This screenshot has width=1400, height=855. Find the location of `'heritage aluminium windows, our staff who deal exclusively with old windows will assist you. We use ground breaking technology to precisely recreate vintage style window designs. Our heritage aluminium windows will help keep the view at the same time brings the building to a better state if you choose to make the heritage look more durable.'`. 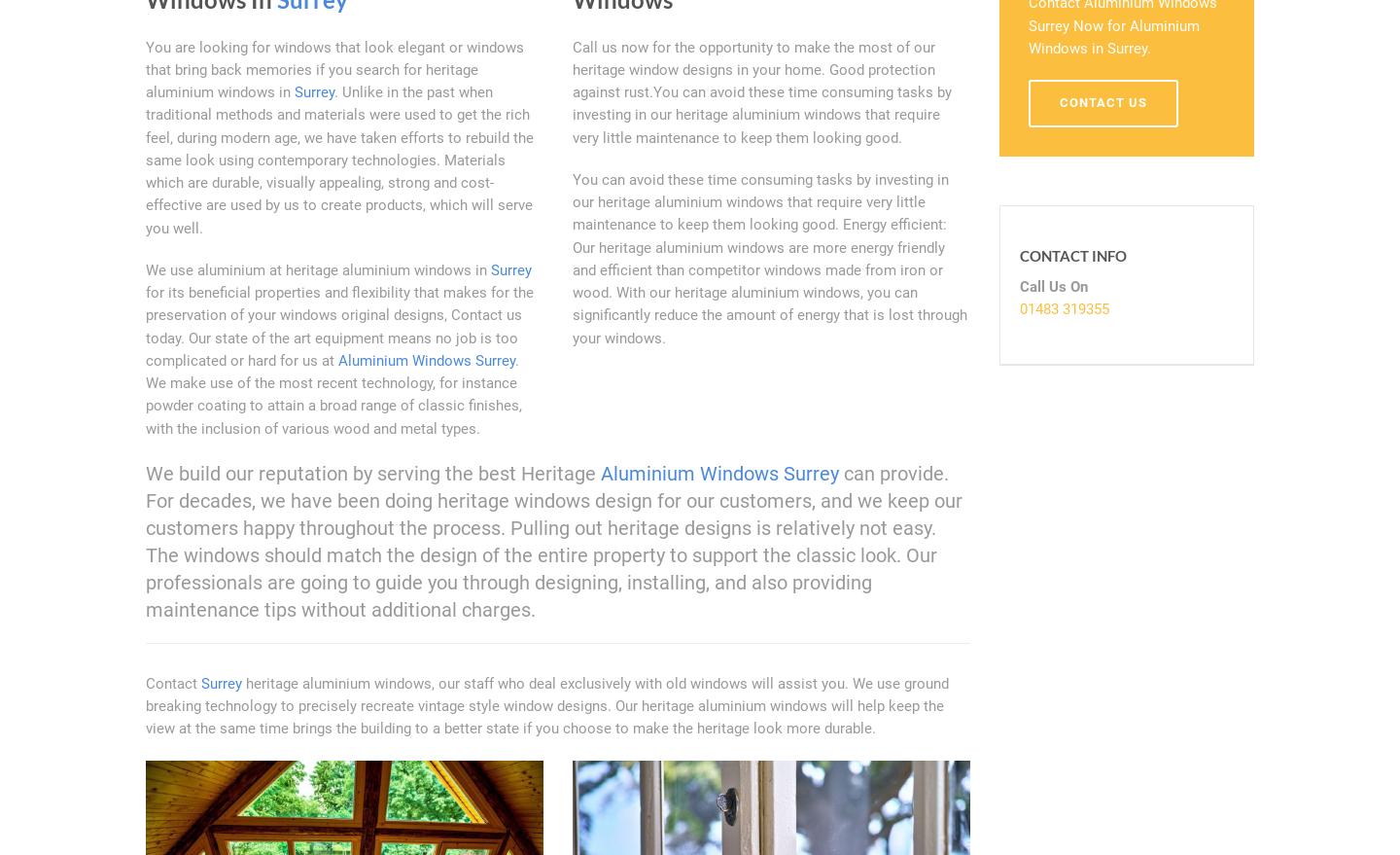

'heritage aluminium windows, our staff who deal exclusively with old windows will assist you. We use ground breaking technology to precisely recreate vintage style window designs. Our heritage aluminium windows will help keep the view at the same time brings the building to a better state if you choose to make the heritage look more durable.' is located at coordinates (547, 704).